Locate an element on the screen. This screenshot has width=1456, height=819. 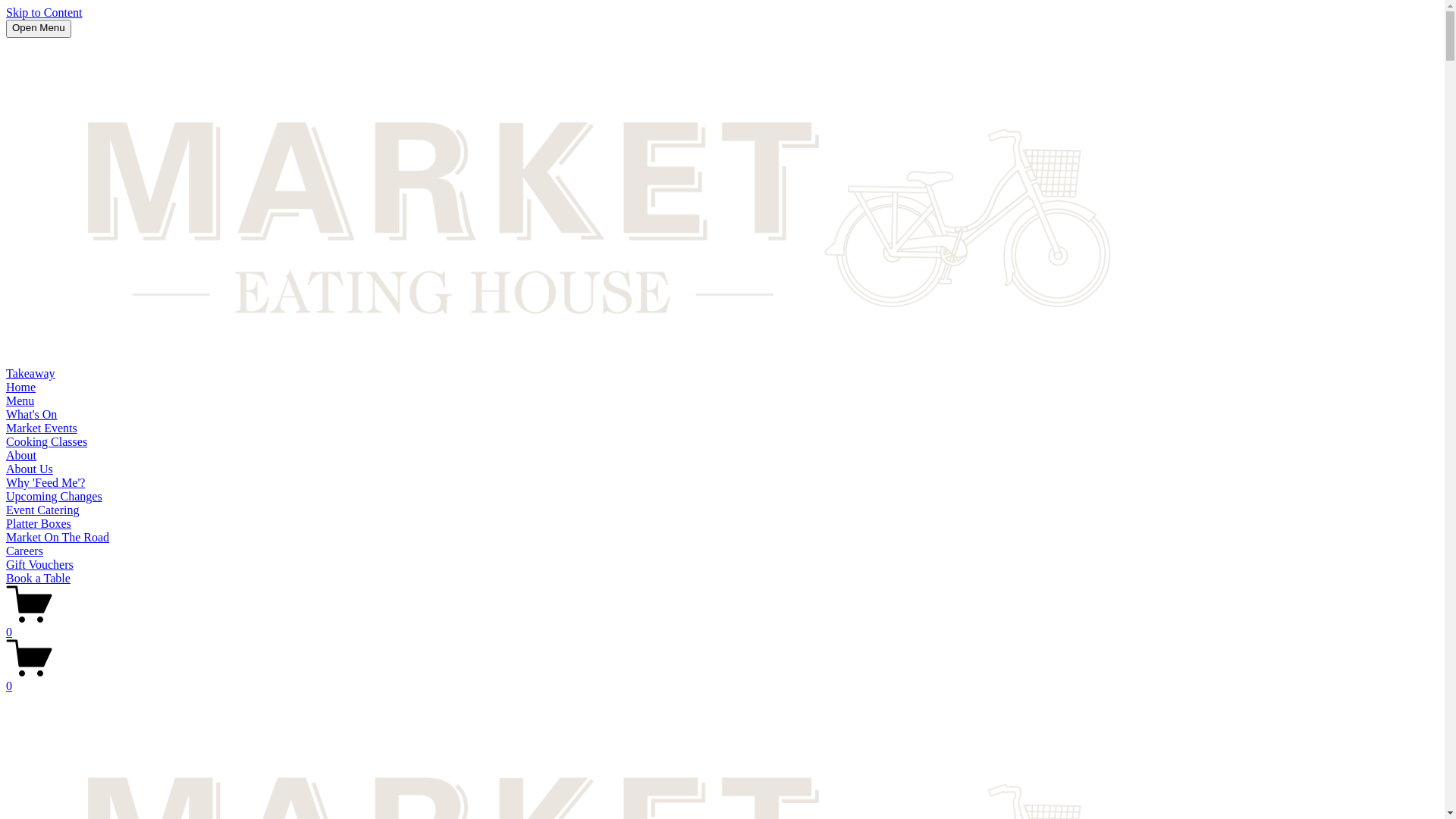
'Takeaway' is located at coordinates (6, 373).